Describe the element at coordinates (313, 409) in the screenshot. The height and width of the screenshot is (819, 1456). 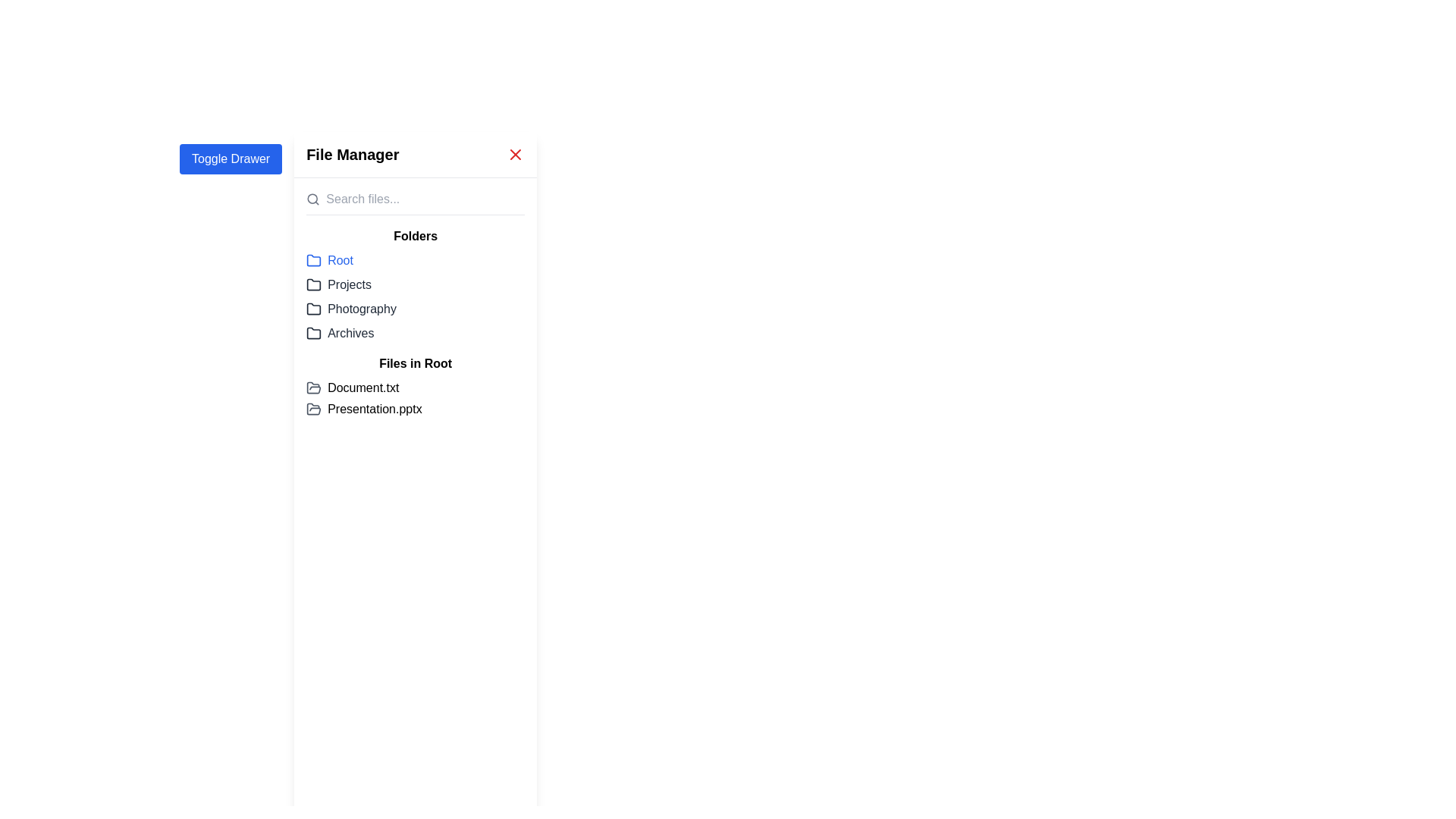
I see `the SVG icon resembling an open folder` at that location.